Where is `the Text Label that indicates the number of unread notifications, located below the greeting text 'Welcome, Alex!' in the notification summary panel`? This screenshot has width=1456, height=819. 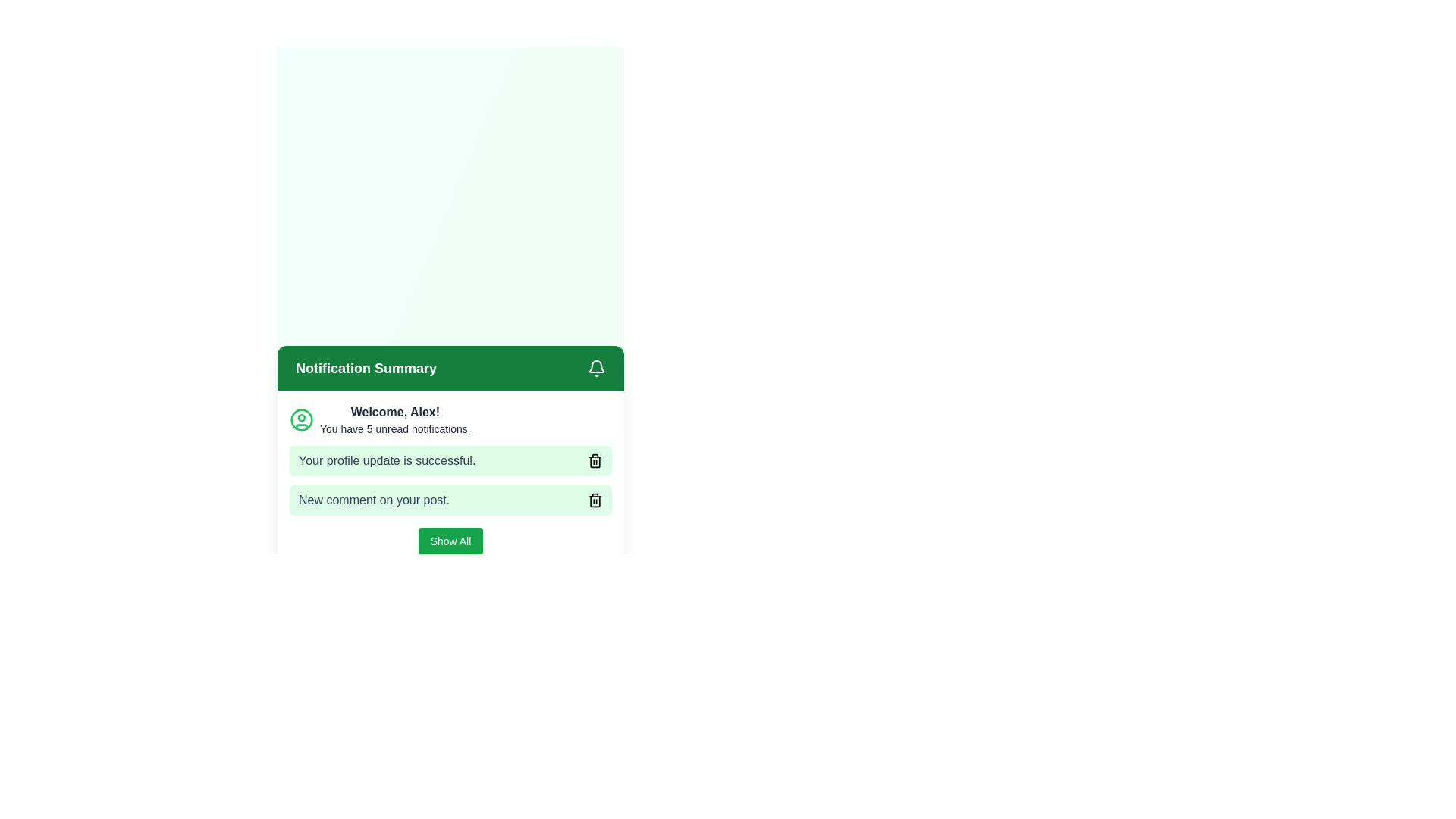
the Text Label that indicates the number of unread notifications, located below the greeting text 'Welcome, Alex!' in the notification summary panel is located at coordinates (395, 429).